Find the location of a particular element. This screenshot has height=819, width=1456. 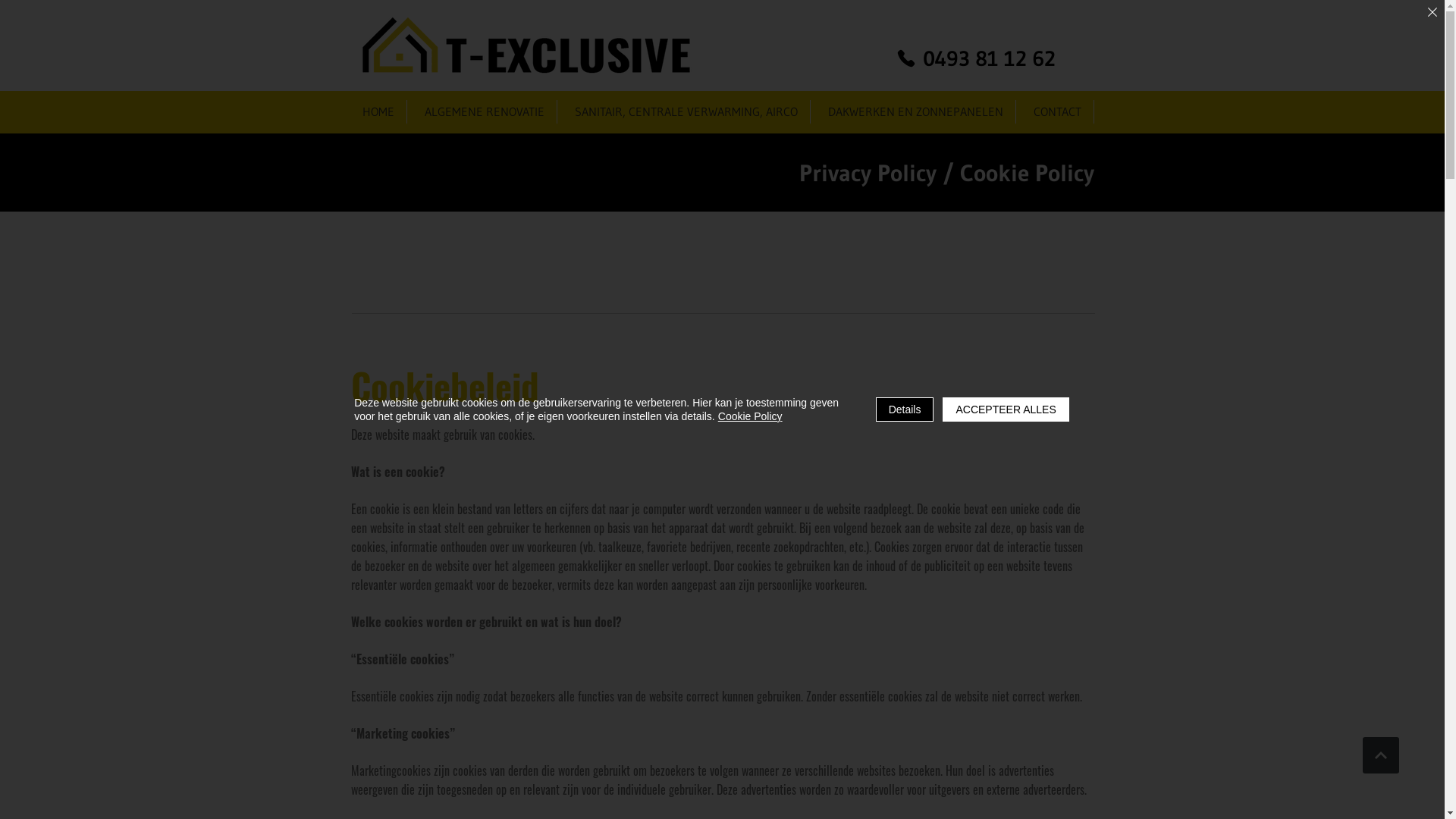

'Cookie Policy' is located at coordinates (750, 416).